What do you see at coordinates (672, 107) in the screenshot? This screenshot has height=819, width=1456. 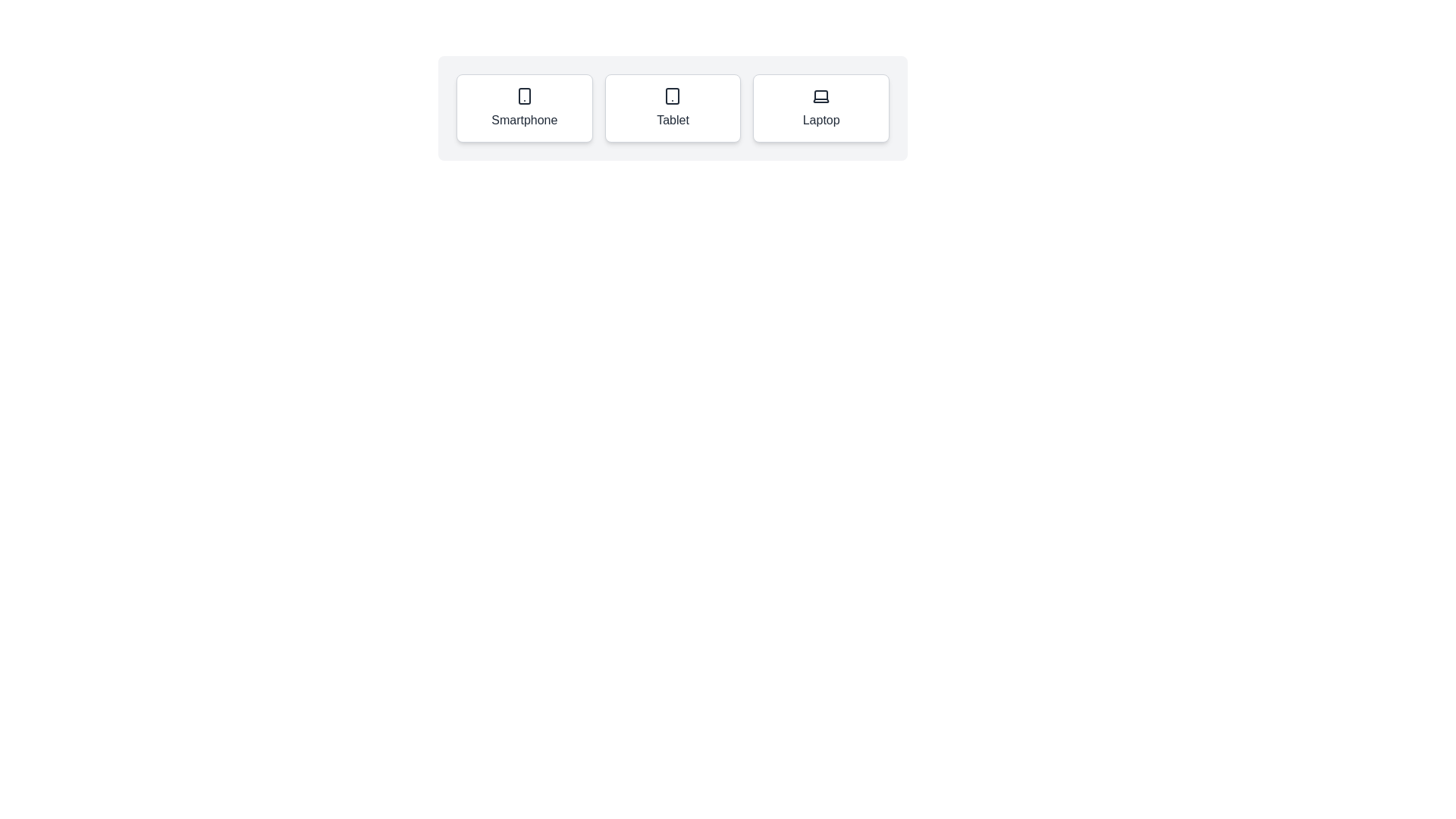 I see `the Tablet chip to select it` at bounding box center [672, 107].